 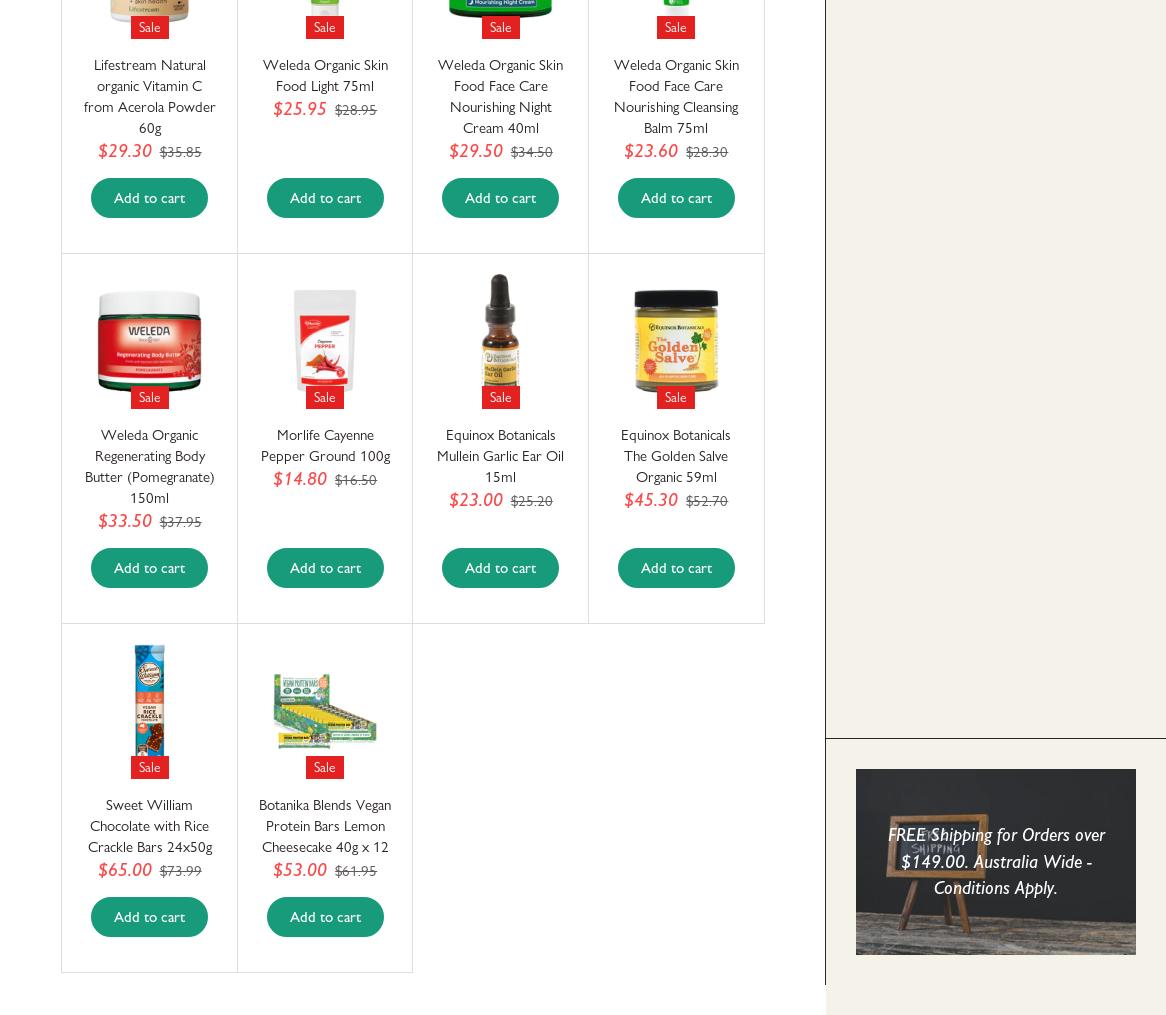 I want to click on '$16.50', so click(x=355, y=478).